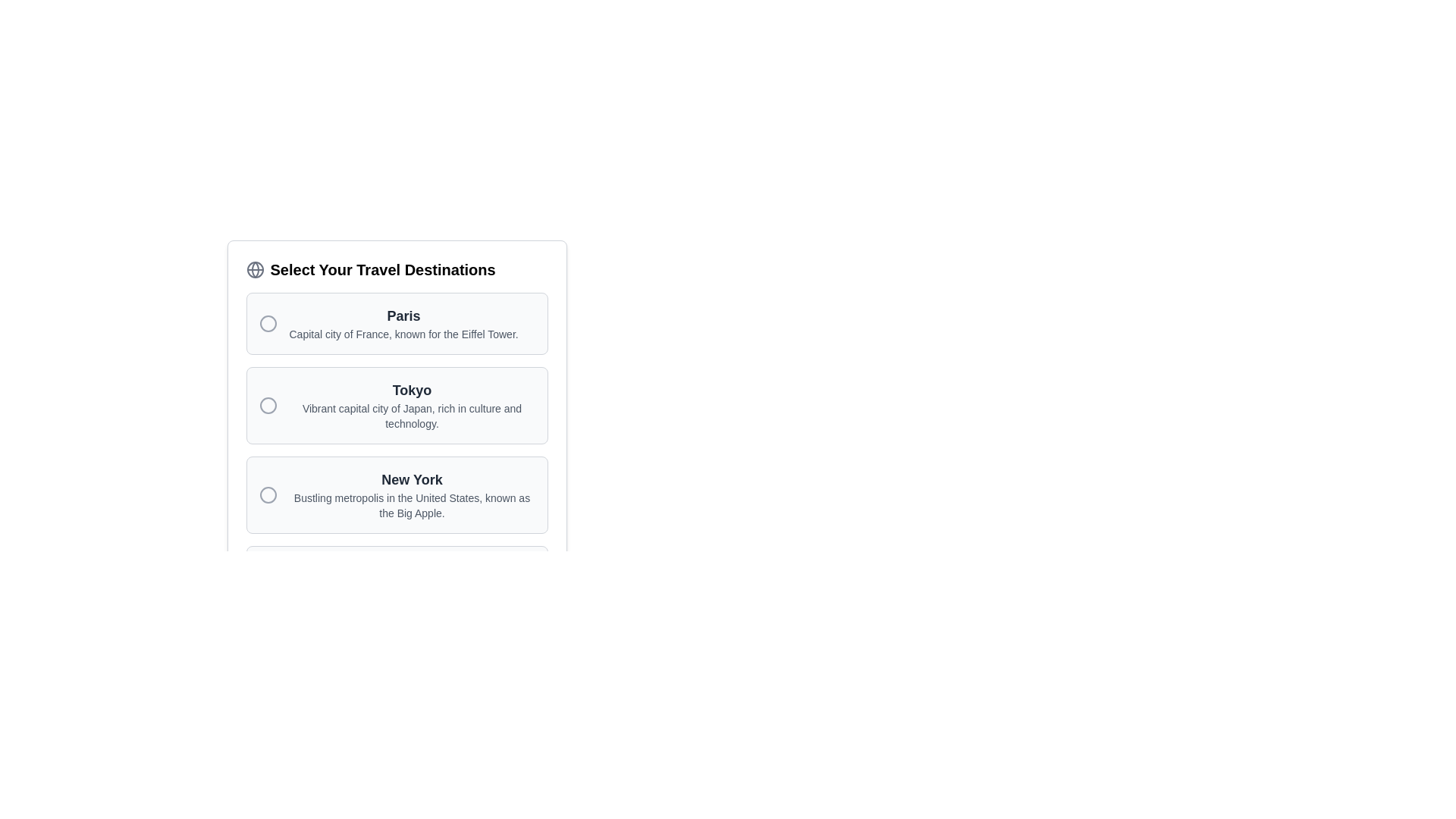 The height and width of the screenshot is (819, 1456). What do you see at coordinates (412, 506) in the screenshot?
I see `the descriptive text label located beneath the 'New York' travel destination option in the fourth selection group` at bounding box center [412, 506].